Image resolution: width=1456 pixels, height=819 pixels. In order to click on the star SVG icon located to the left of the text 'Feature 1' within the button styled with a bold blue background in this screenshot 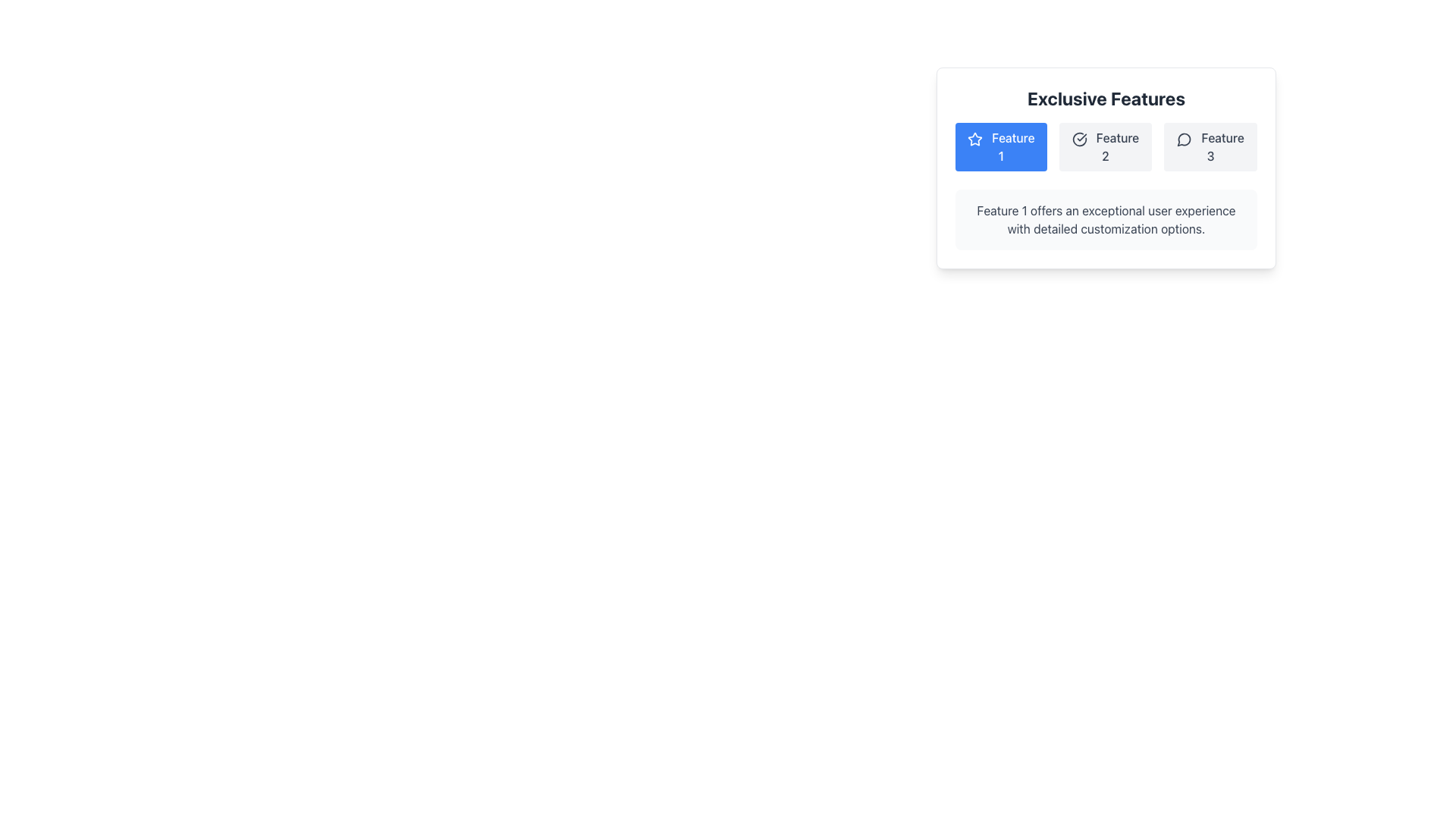, I will do `click(975, 138)`.